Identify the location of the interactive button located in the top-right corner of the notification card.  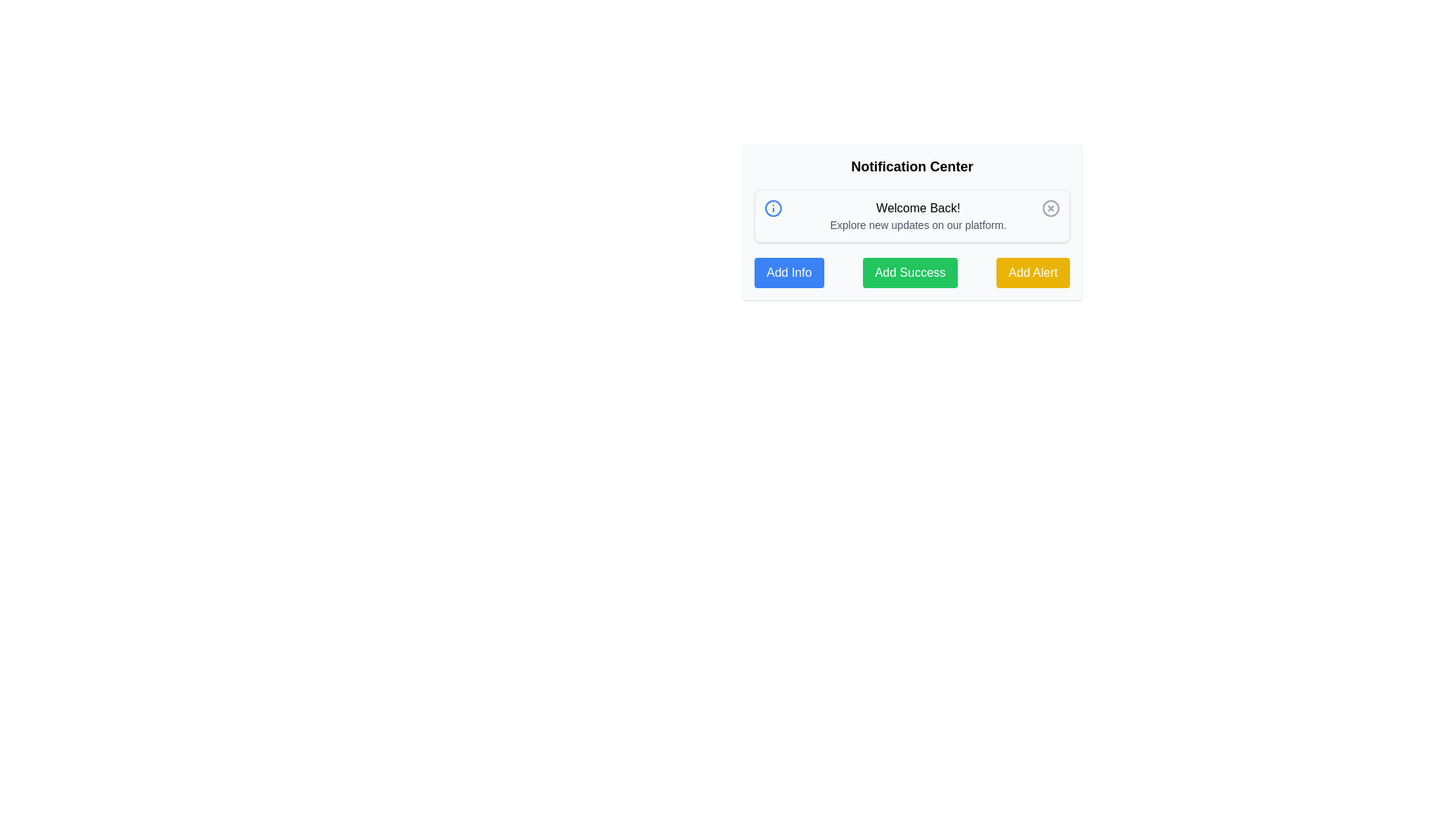
(1050, 208).